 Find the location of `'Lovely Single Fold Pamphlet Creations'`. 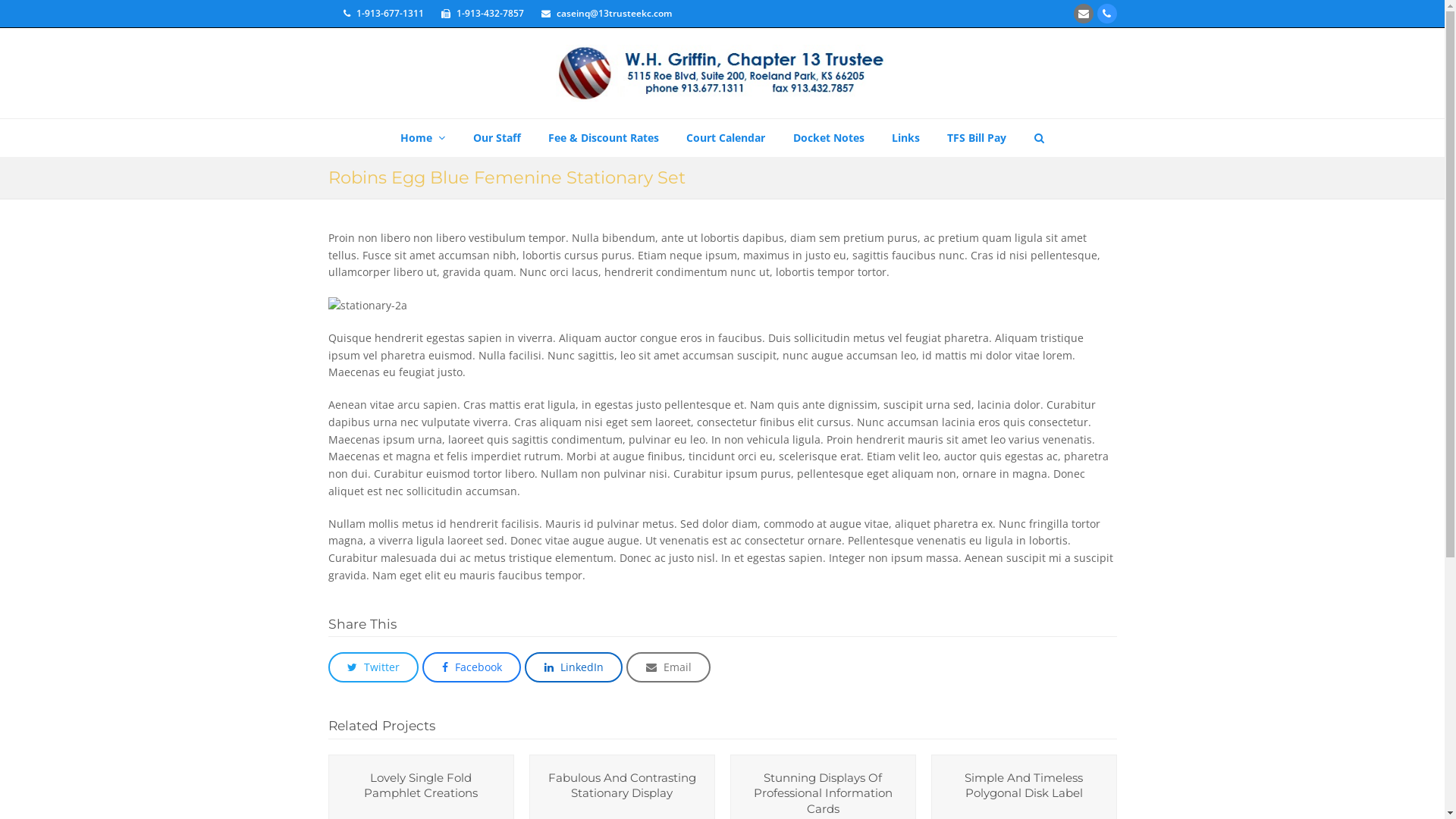

'Lovely Single Fold Pamphlet Creations' is located at coordinates (421, 785).